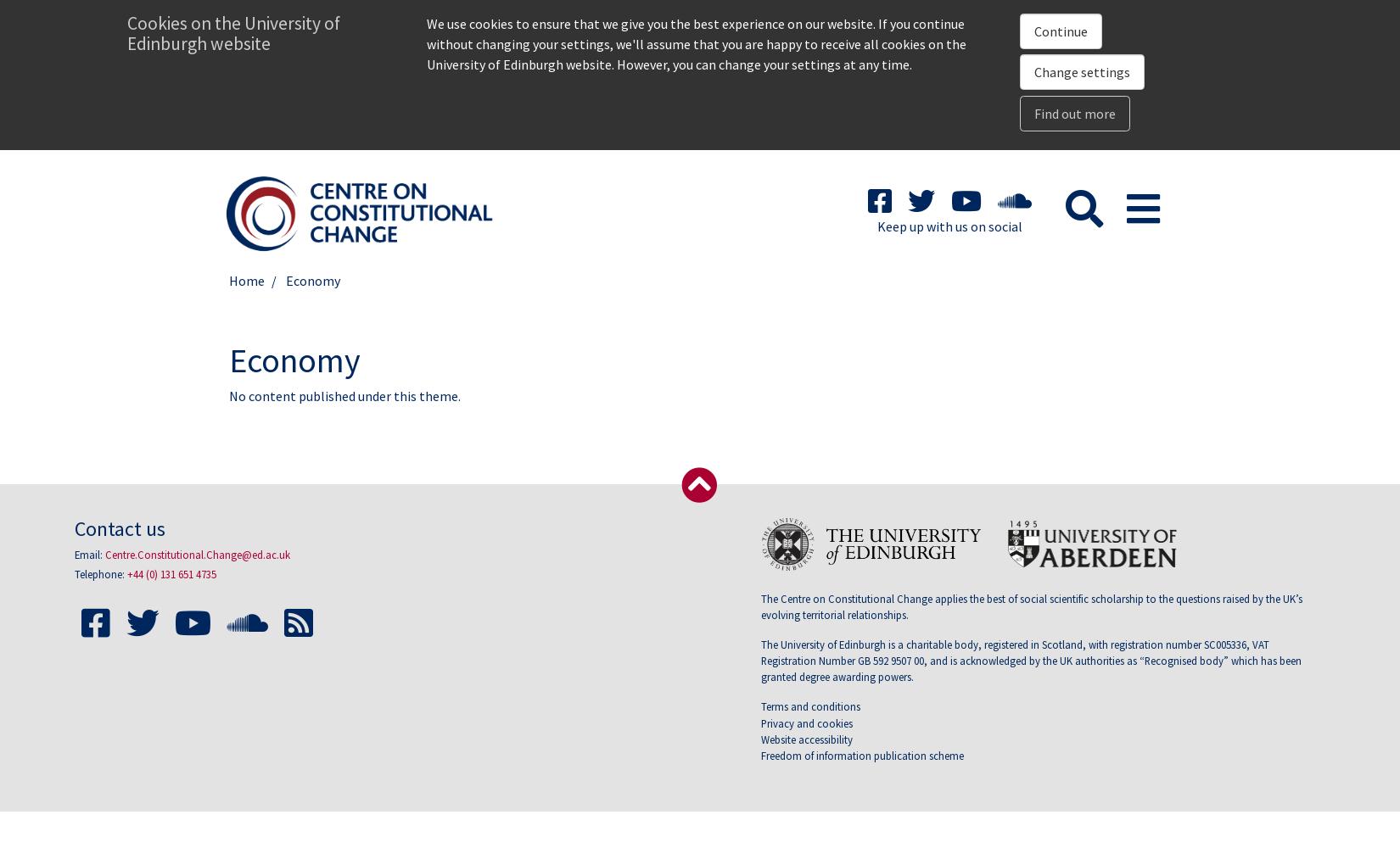 Image resolution: width=1400 pixels, height=848 pixels. I want to click on 'Website accessibility', so click(807, 738).